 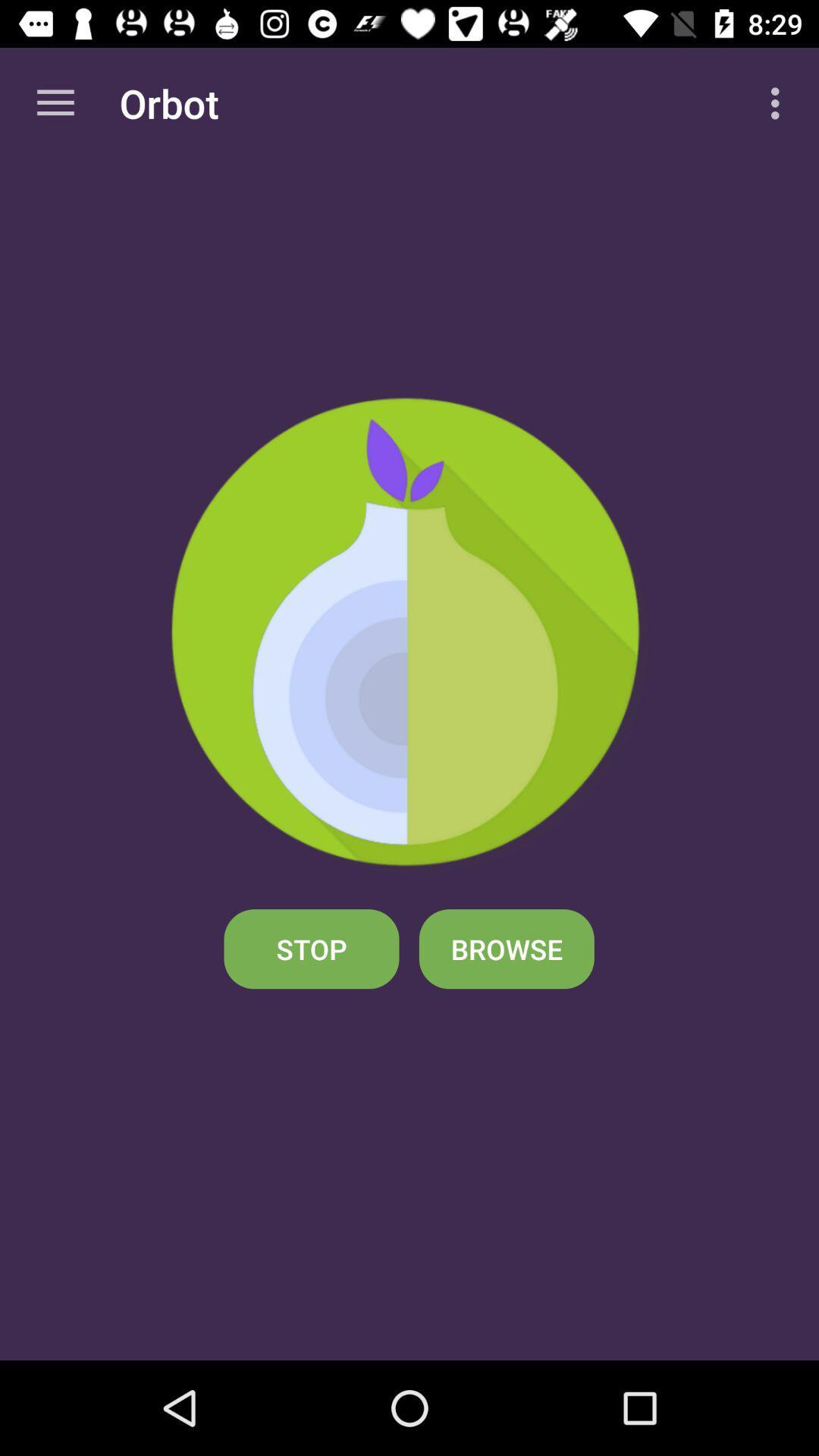 What do you see at coordinates (507, 948) in the screenshot?
I see `browse icon` at bounding box center [507, 948].